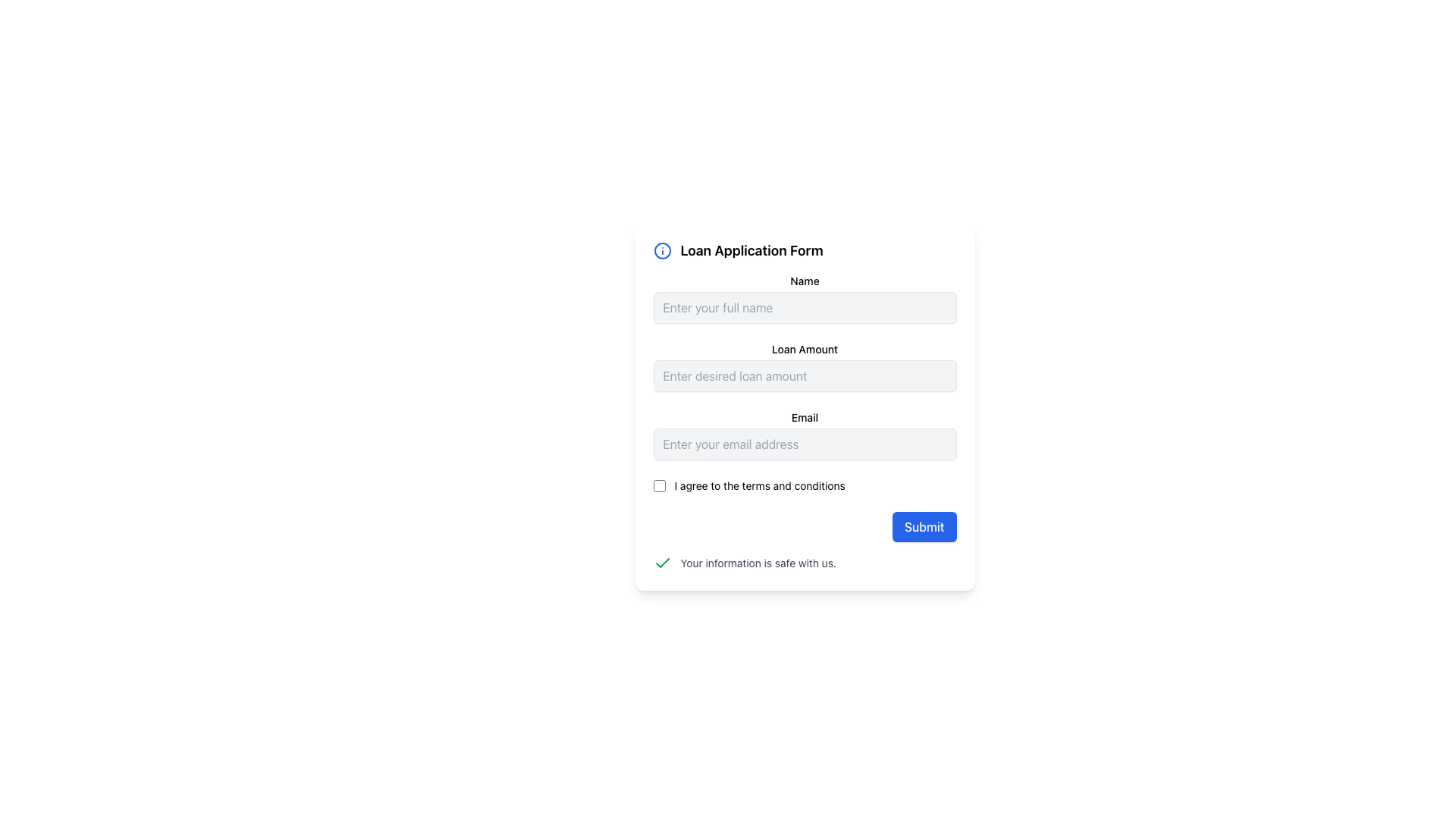  What do you see at coordinates (760, 485) in the screenshot?
I see `the static text label that states 'I agree to the terms and conditions', which is styled in a smaller font and positioned adjacent to a checkbox` at bounding box center [760, 485].